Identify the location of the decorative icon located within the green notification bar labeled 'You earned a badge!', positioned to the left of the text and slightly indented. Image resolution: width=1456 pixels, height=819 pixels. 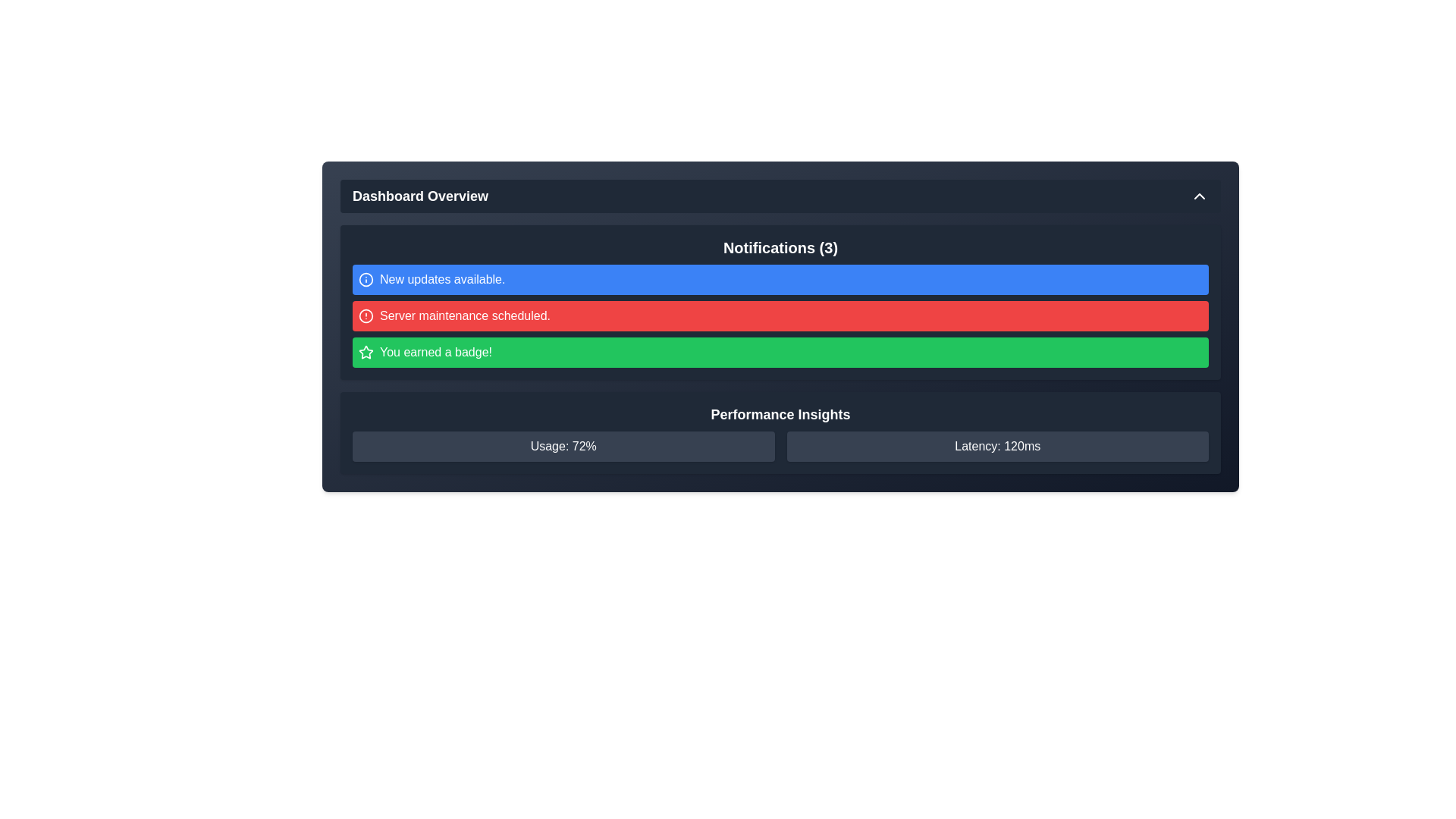
(366, 353).